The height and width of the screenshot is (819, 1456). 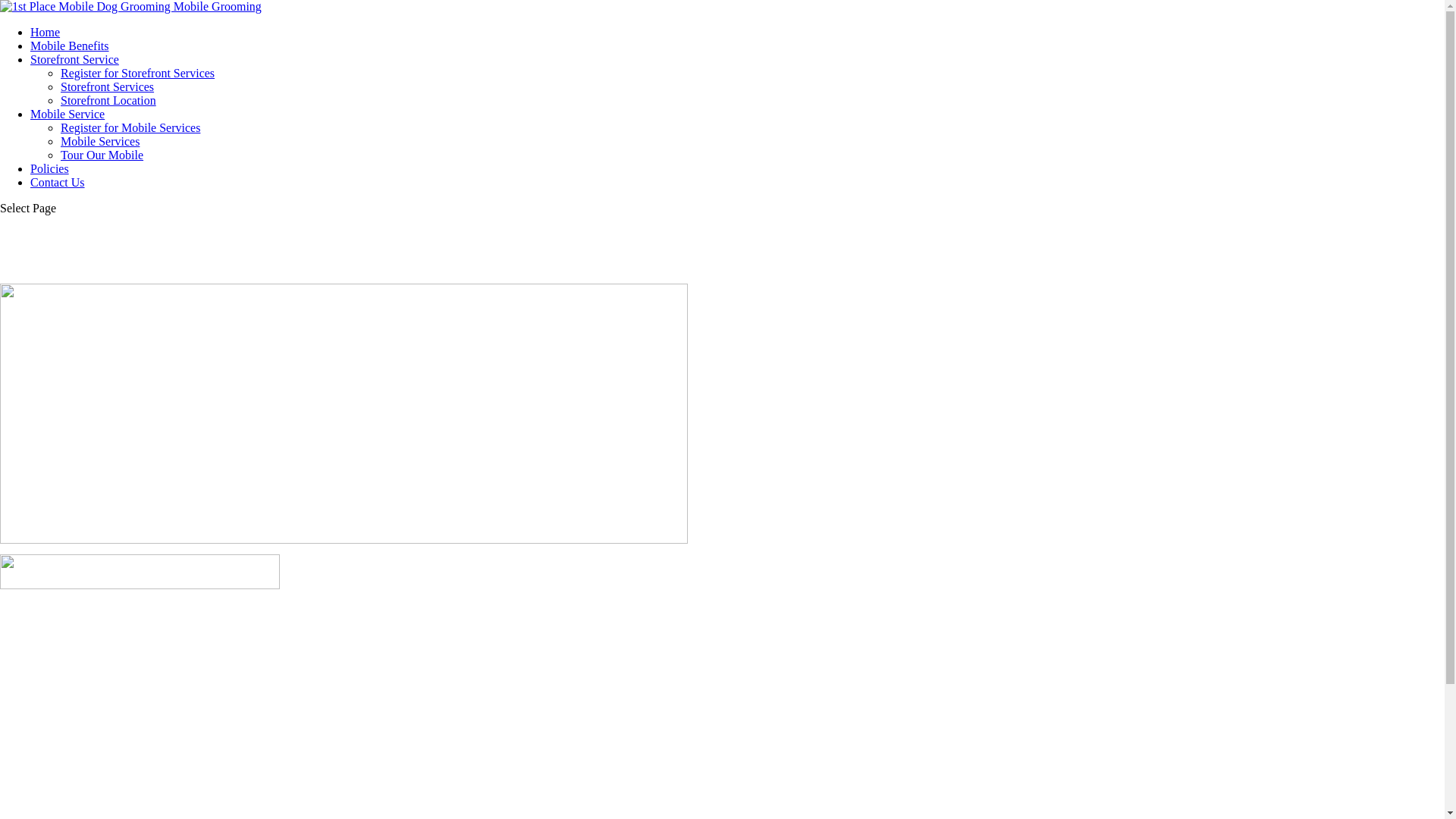 What do you see at coordinates (106, 86) in the screenshot?
I see `'Storefront Services'` at bounding box center [106, 86].